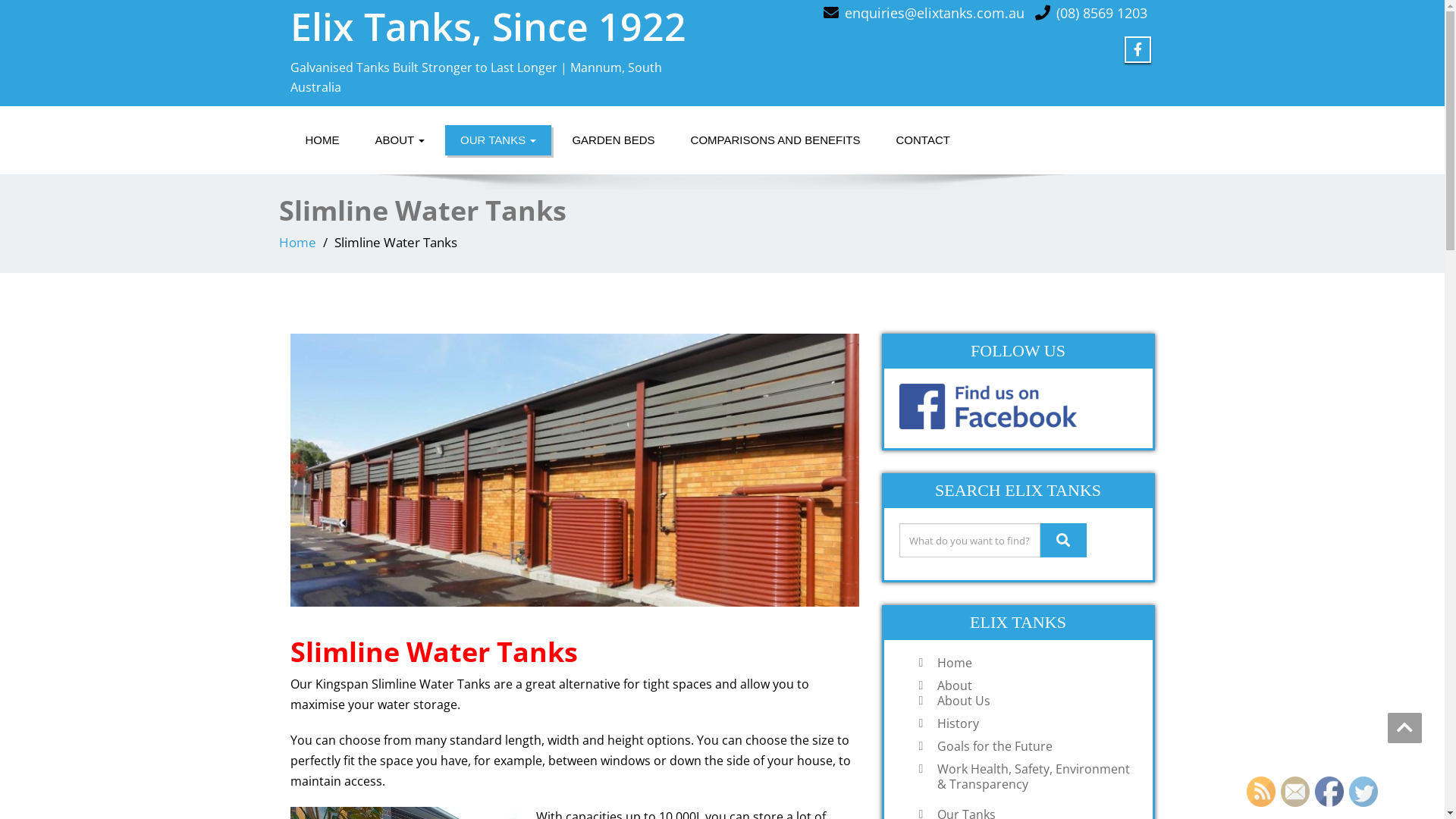  I want to click on 'COMPARISONS AND BENEFITS', so click(775, 140).